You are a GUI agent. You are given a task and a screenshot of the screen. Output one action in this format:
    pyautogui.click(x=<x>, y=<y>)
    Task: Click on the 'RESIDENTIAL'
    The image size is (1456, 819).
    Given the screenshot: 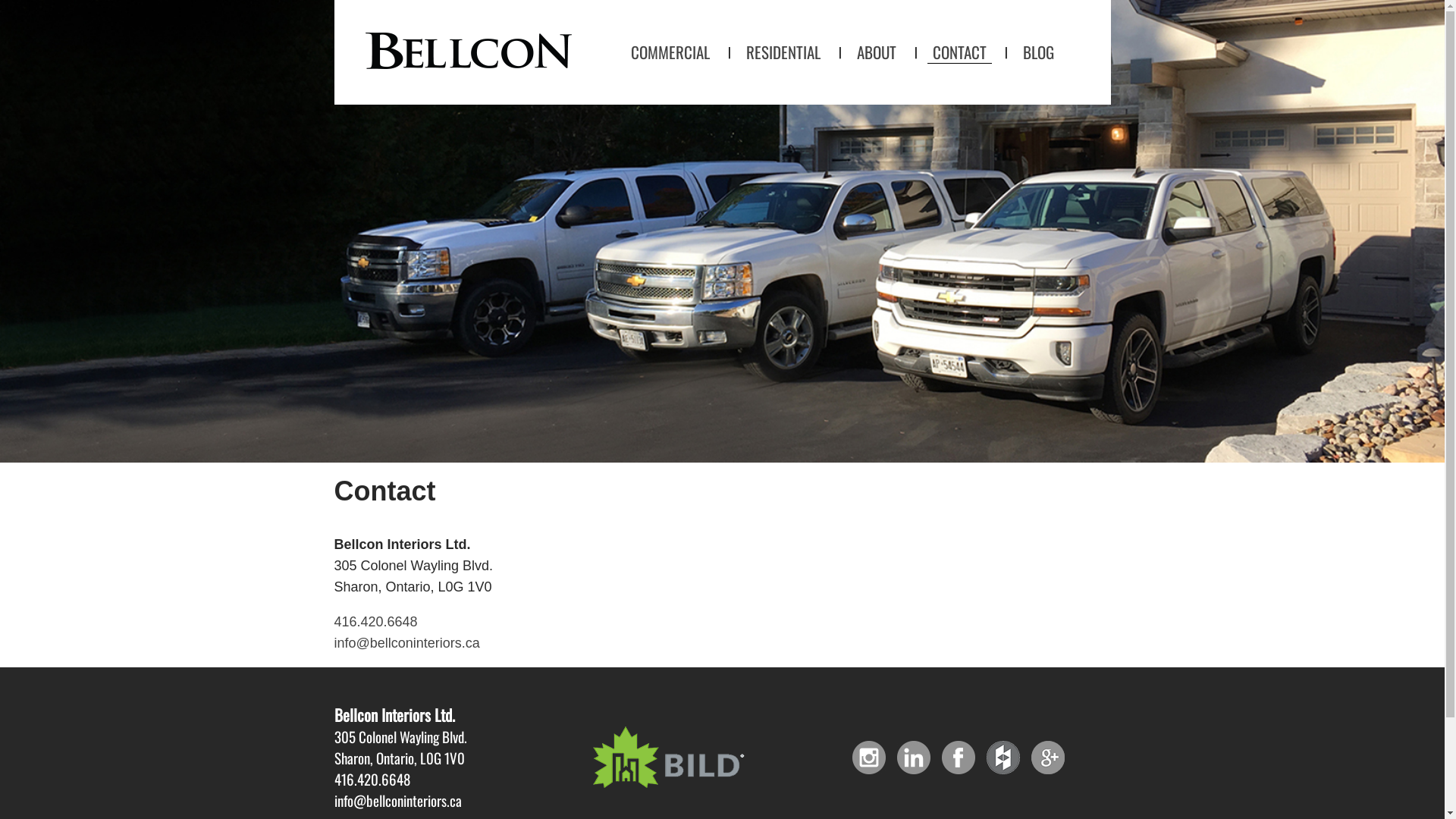 What is the action you would take?
    pyautogui.click(x=783, y=52)
    